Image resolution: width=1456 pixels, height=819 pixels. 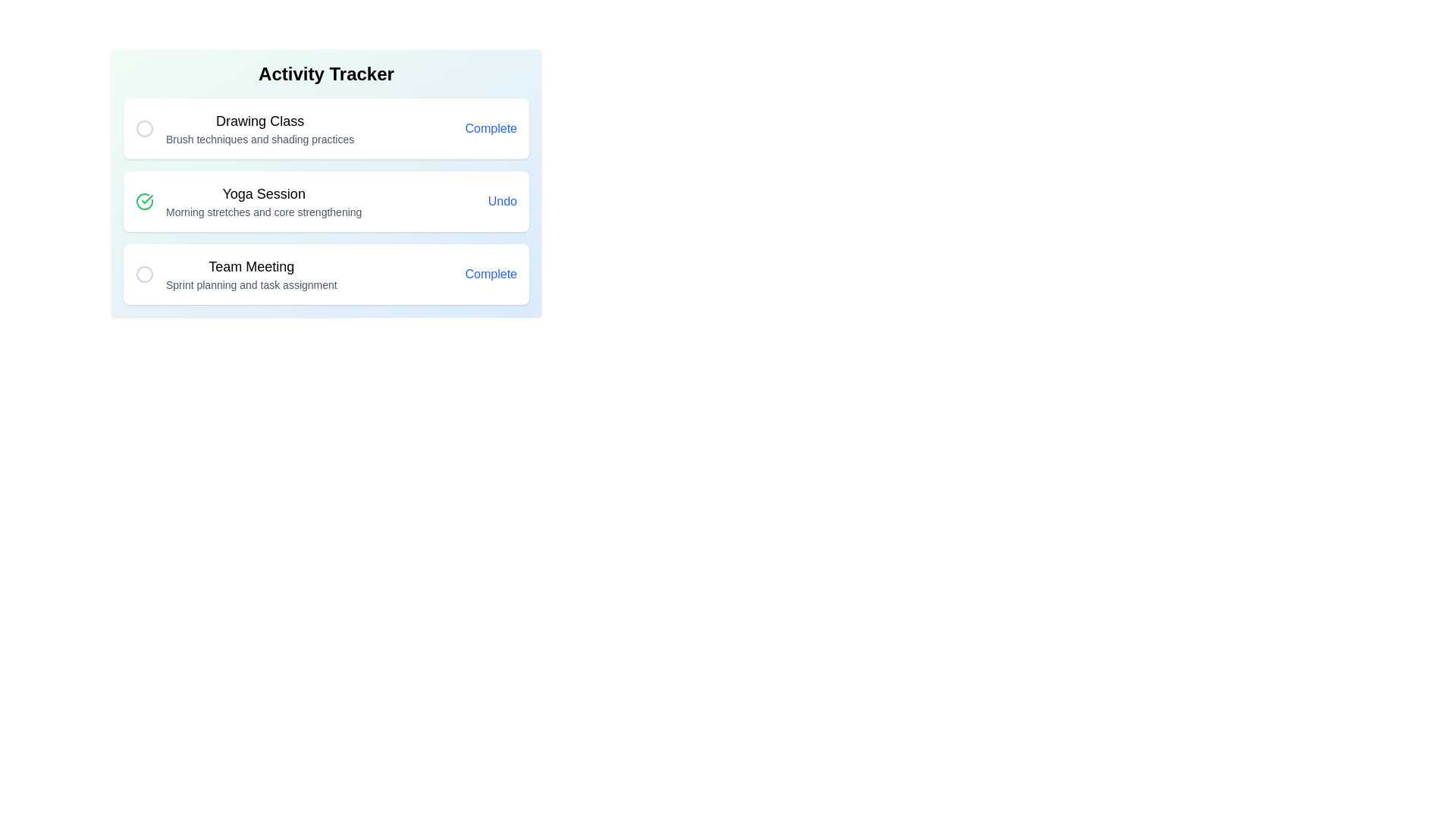 I want to click on the activity named Team Meeting to view its details, so click(x=251, y=275).